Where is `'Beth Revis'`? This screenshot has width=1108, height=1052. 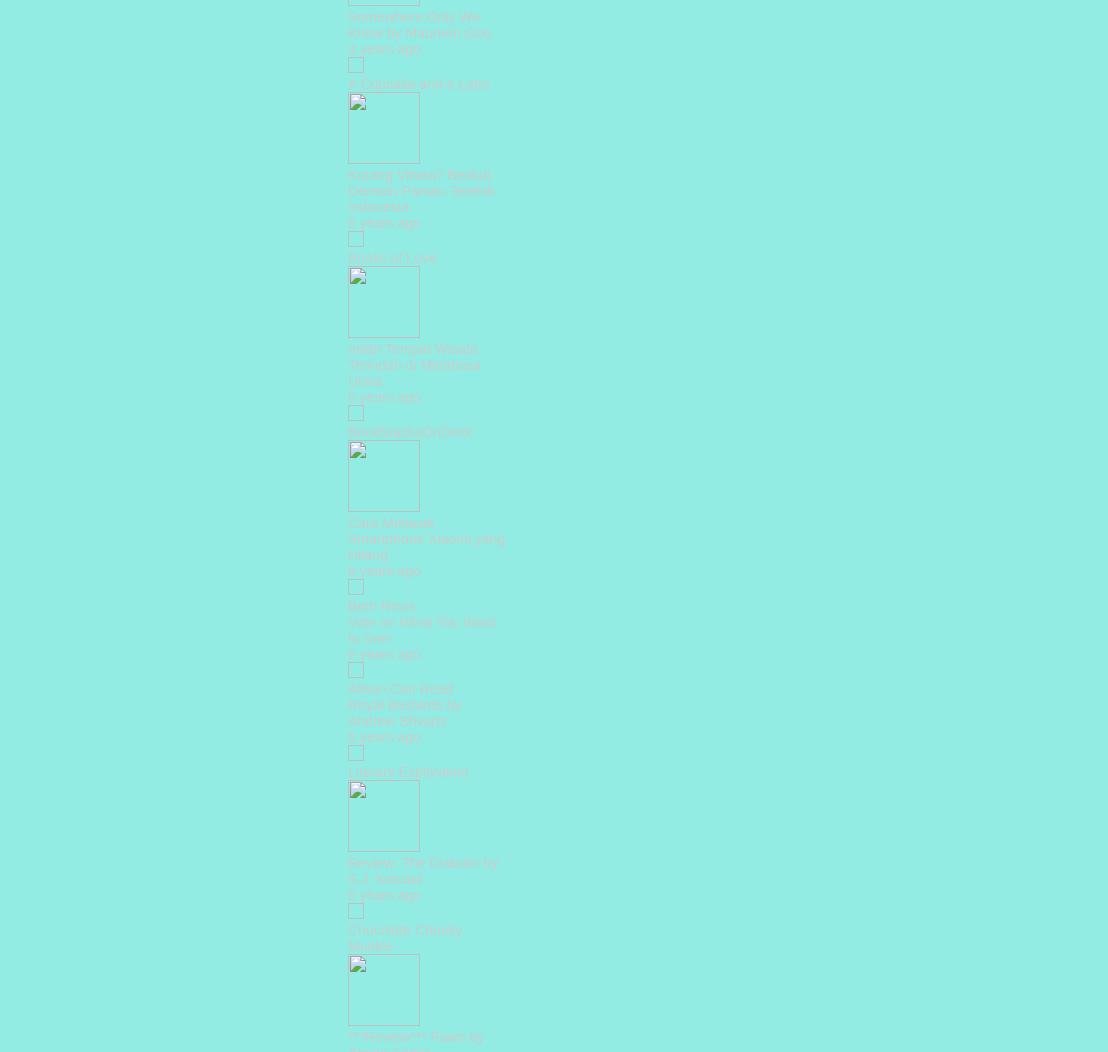 'Beth Revis' is located at coordinates (347, 604).